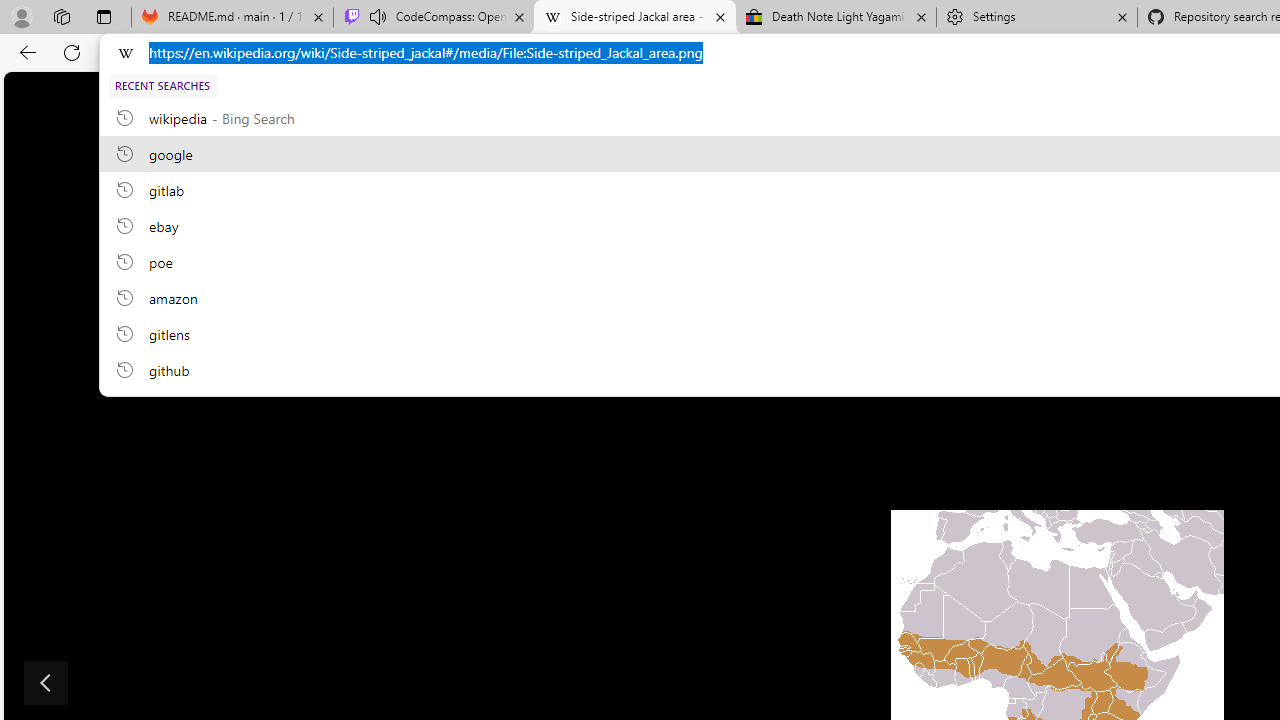  I want to click on 'Side-striped Jackal area - Side-striped jackal - Wikipedia', so click(633, 17).